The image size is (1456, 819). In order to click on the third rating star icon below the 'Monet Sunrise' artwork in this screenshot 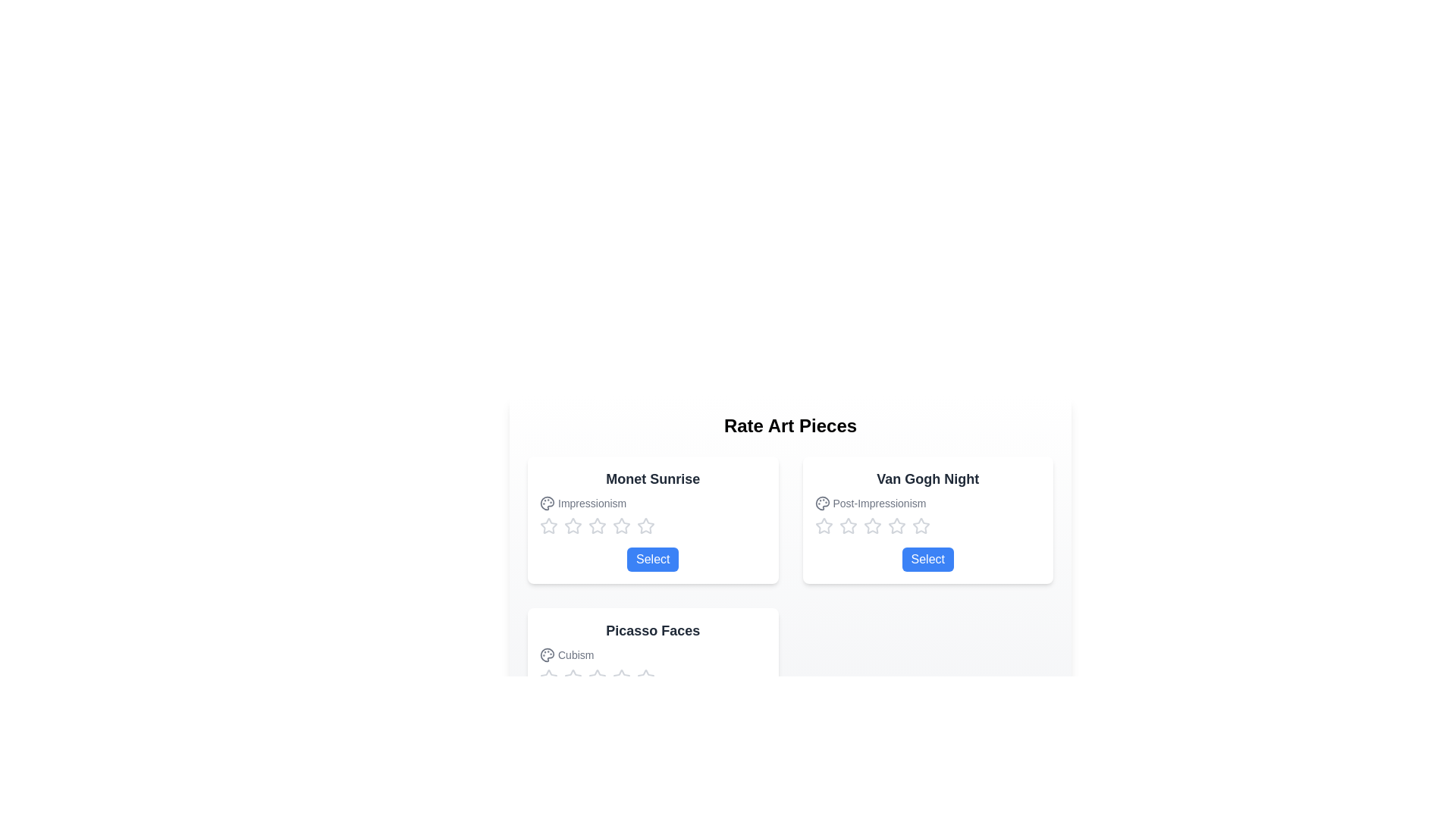, I will do `click(596, 525)`.